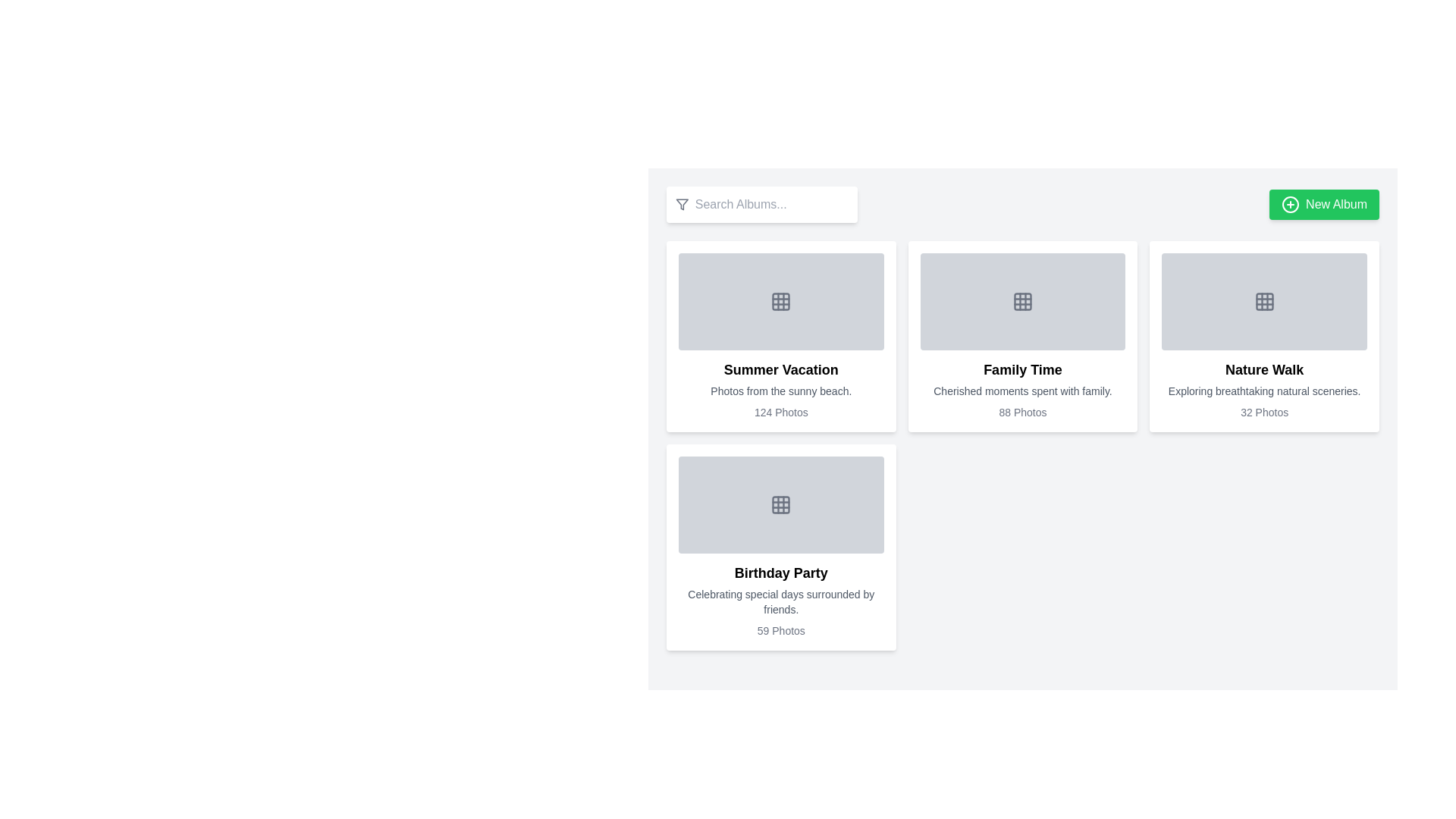  Describe the element at coordinates (1264, 370) in the screenshot. I see `the non-interactive text label that serves as a title for the 'Nature Walk' card located in the upper center of the card in the third column of a grid layout` at that location.